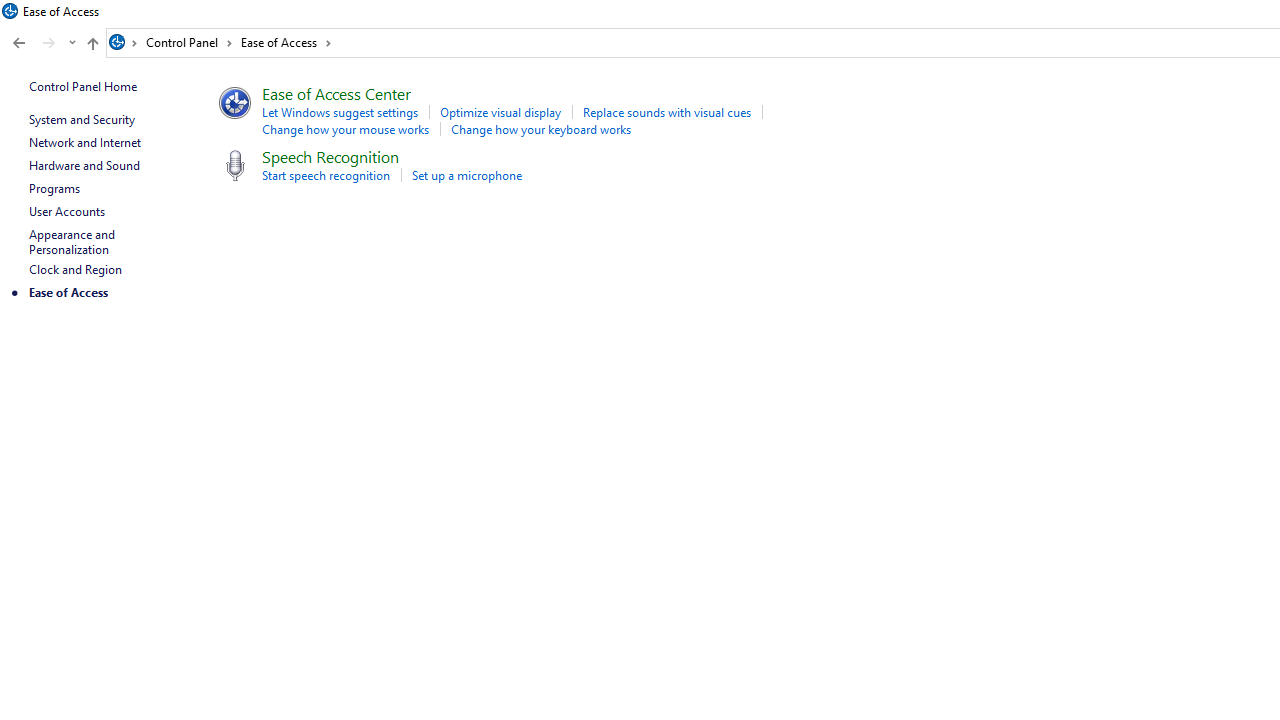  I want to click on 'Navigation buttons', so click(42, 43).